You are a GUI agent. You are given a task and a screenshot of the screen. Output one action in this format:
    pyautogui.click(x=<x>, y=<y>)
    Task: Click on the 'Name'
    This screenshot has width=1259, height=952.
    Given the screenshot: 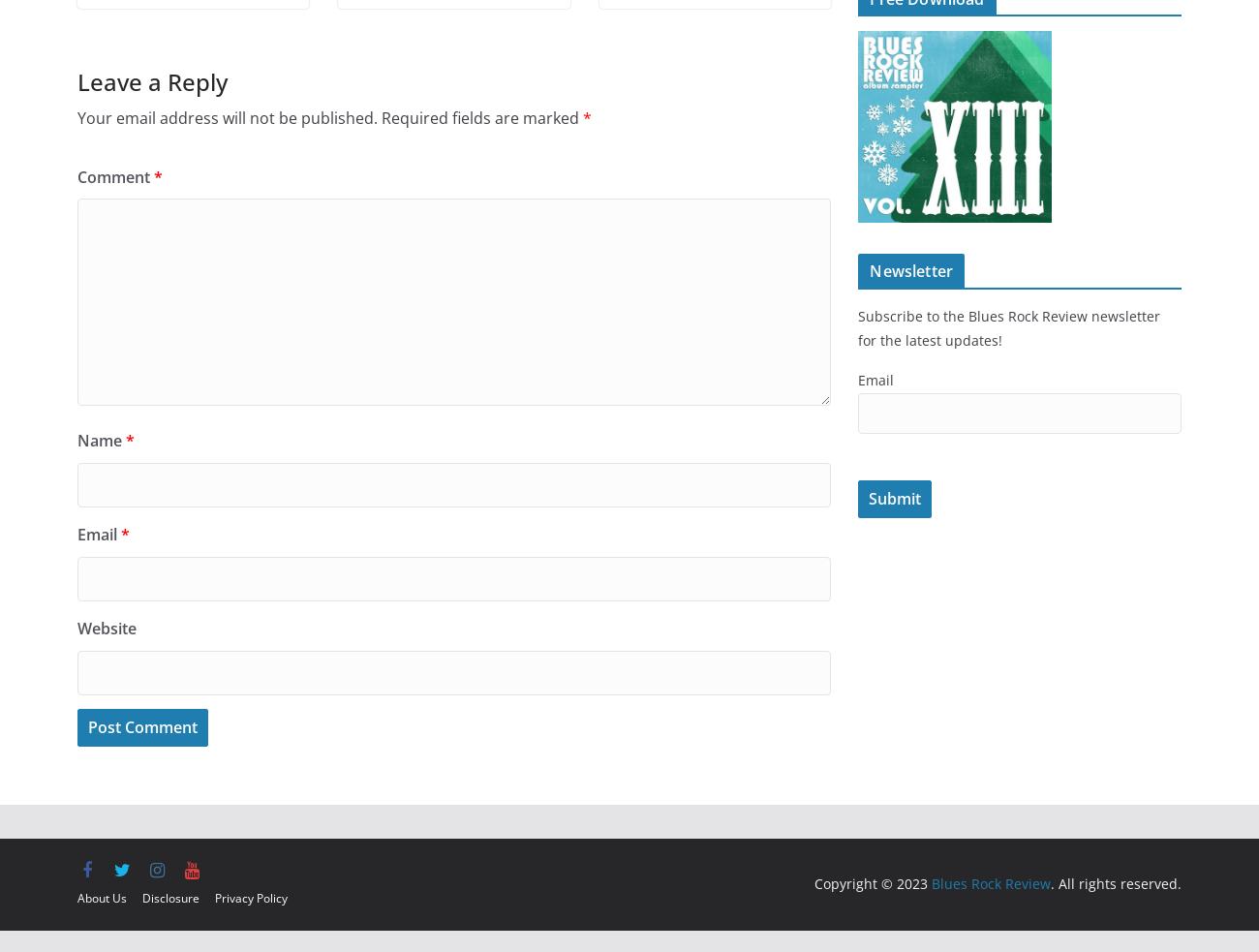 What is the action you would take?
    pyautogui.click(x=77, y=440)
    